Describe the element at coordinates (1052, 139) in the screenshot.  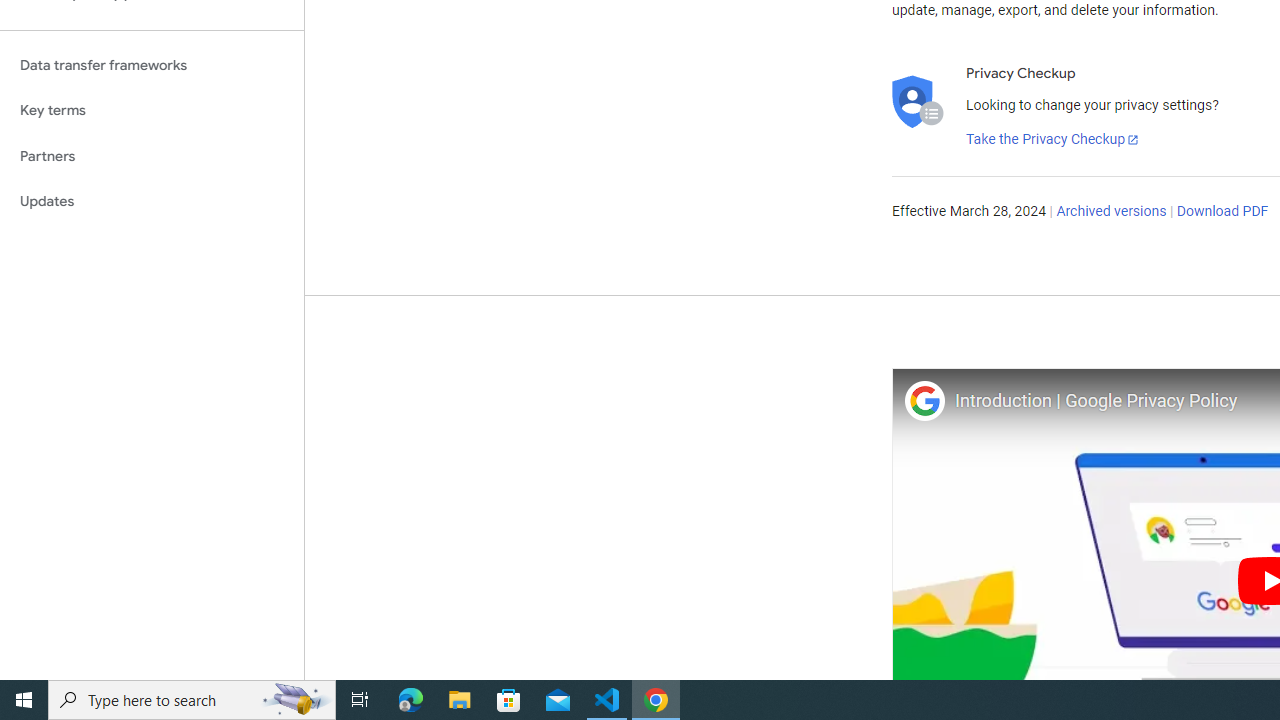
I see `'Take the Privacy Checkup'` at that location.